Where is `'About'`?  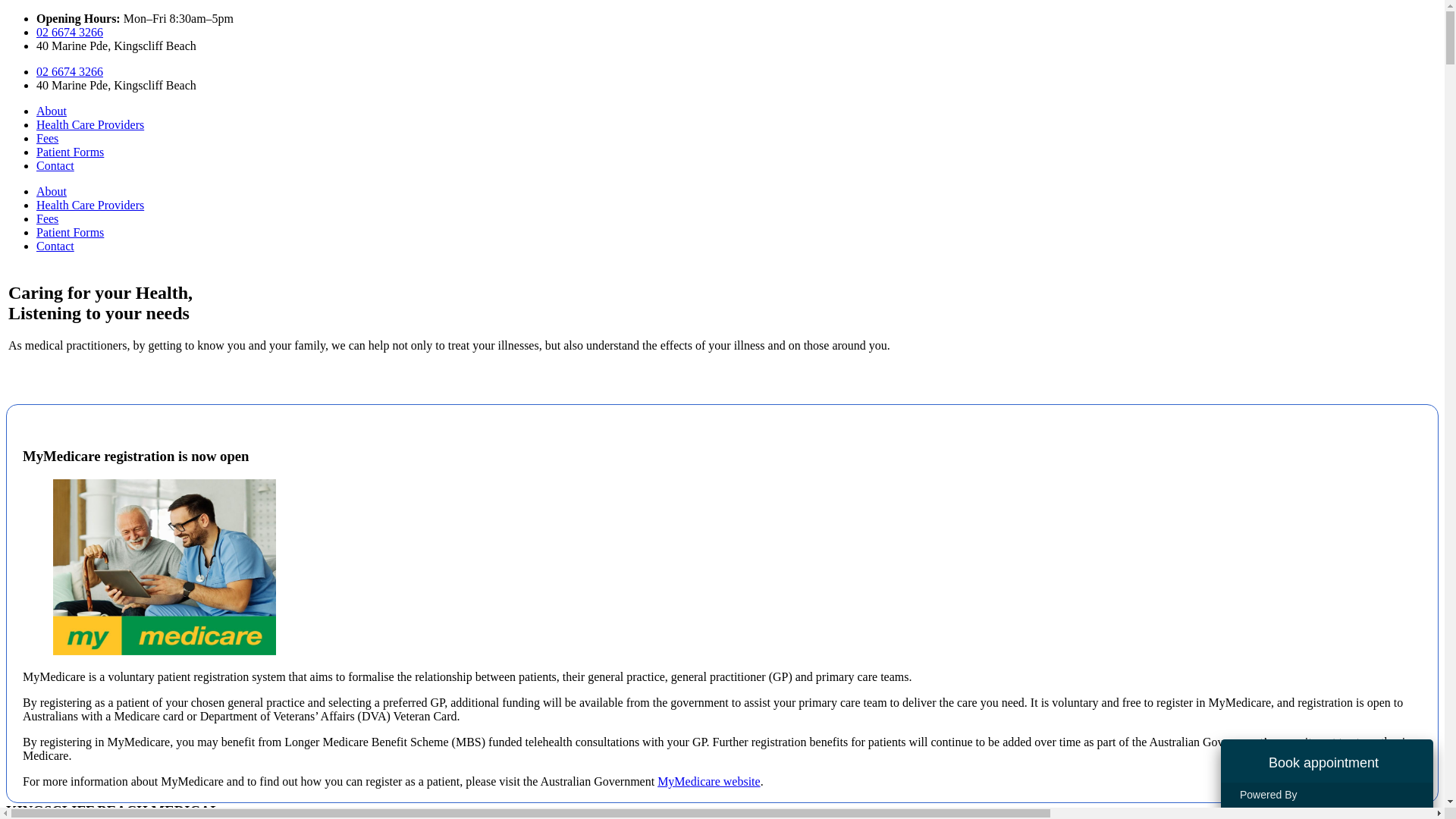 'About' is located at coordinates (51, 110).